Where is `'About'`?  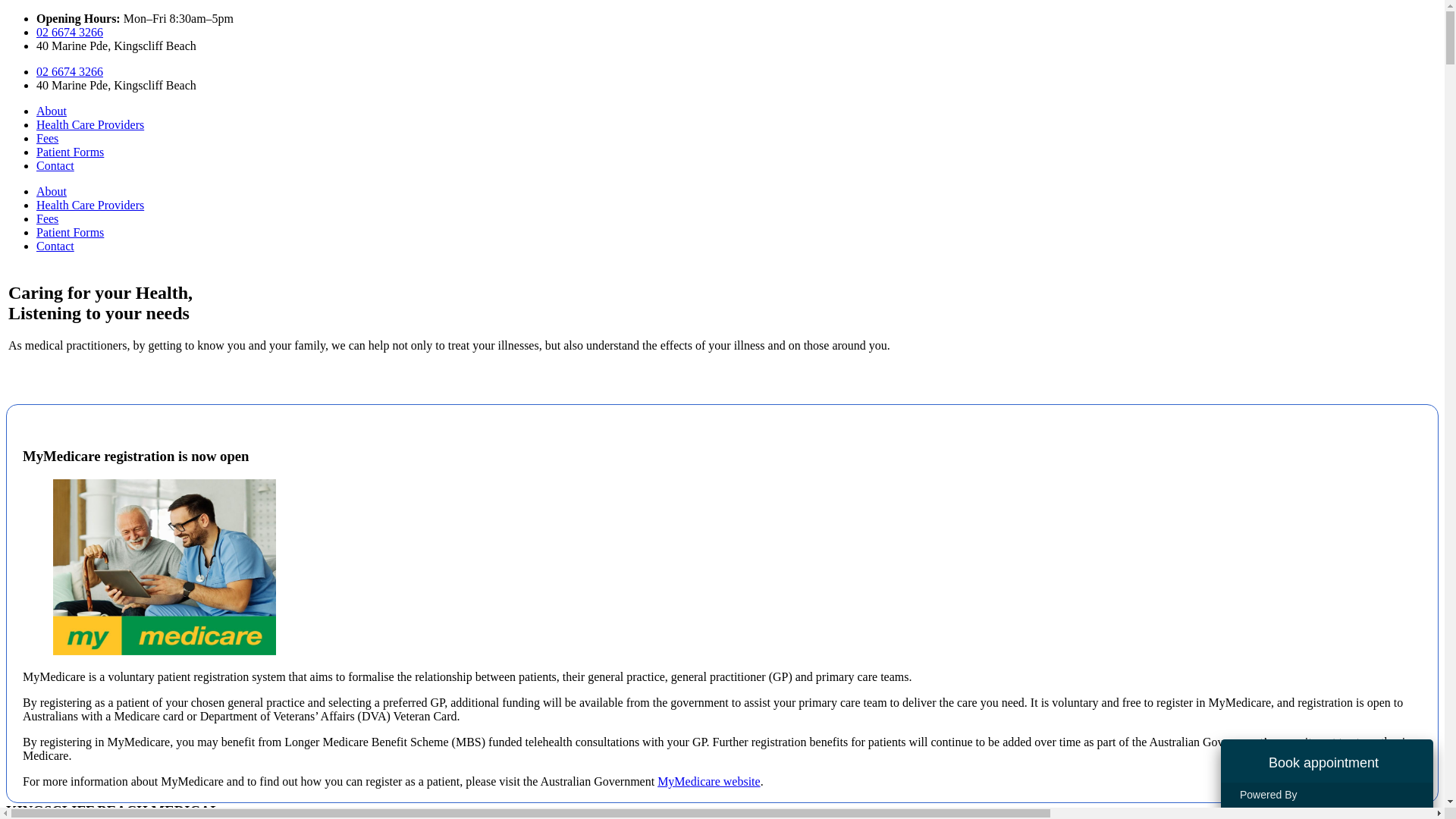 'About' is located at coordinates (51, 110).